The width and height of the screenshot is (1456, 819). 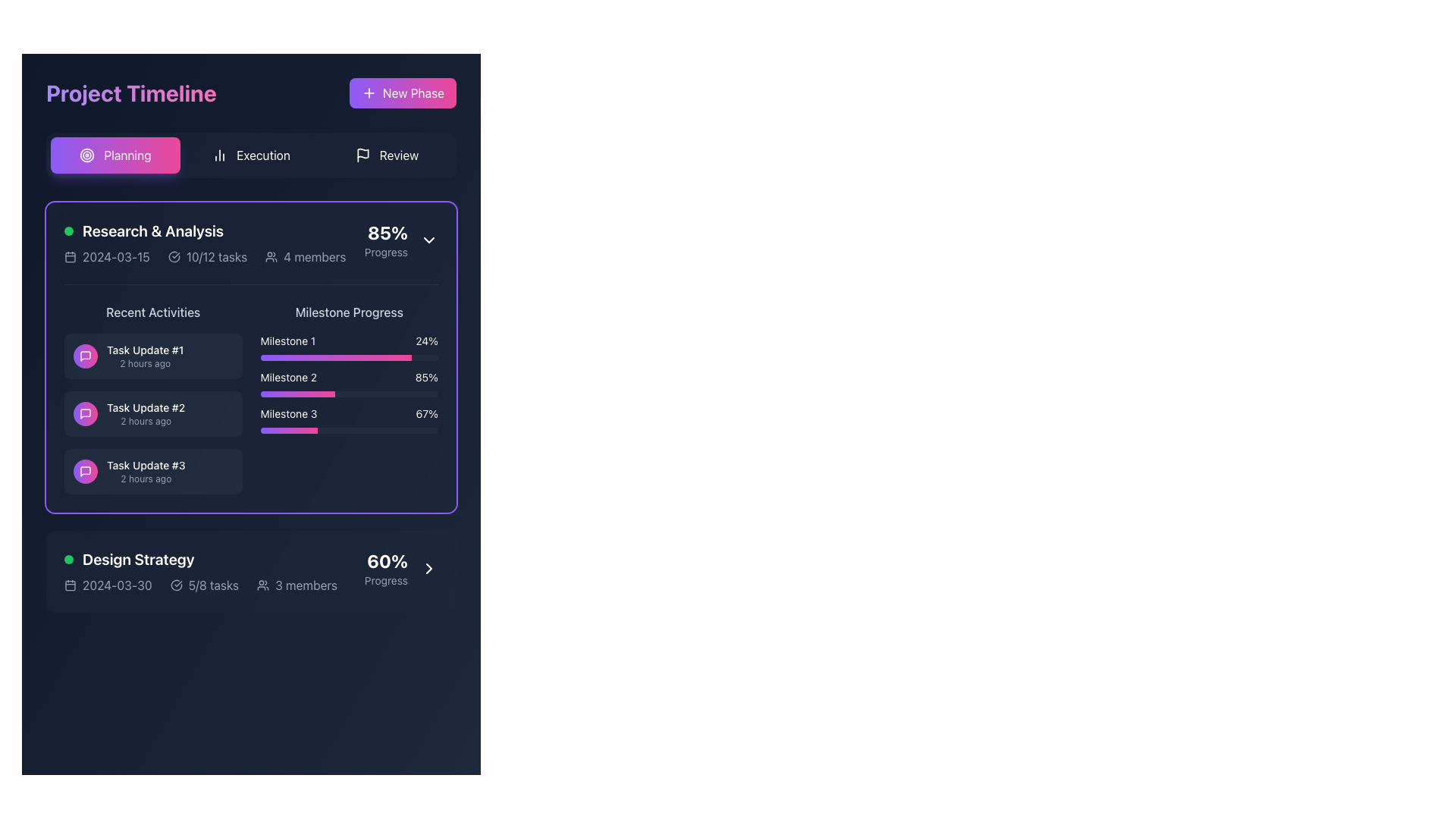 What do you see at coordinates (271, 256) in the screenshot?
I see `the members count icon located in the 'Research & Analysis' section, adjacent to the '4 members' text` at bounding box center [271, 256].